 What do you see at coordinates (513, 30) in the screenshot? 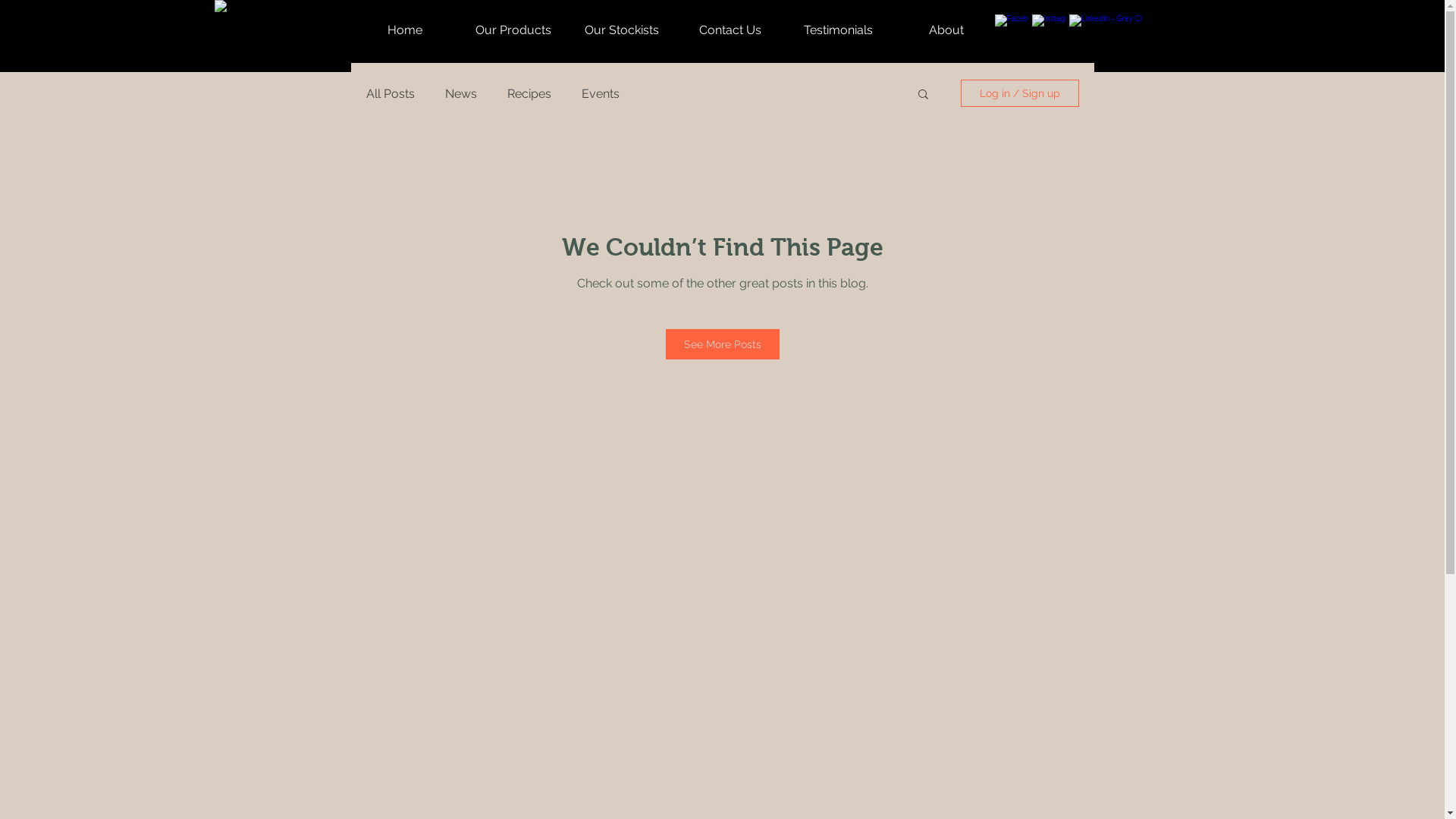
I see `'Our Products'` at bounding box center [513, 30].